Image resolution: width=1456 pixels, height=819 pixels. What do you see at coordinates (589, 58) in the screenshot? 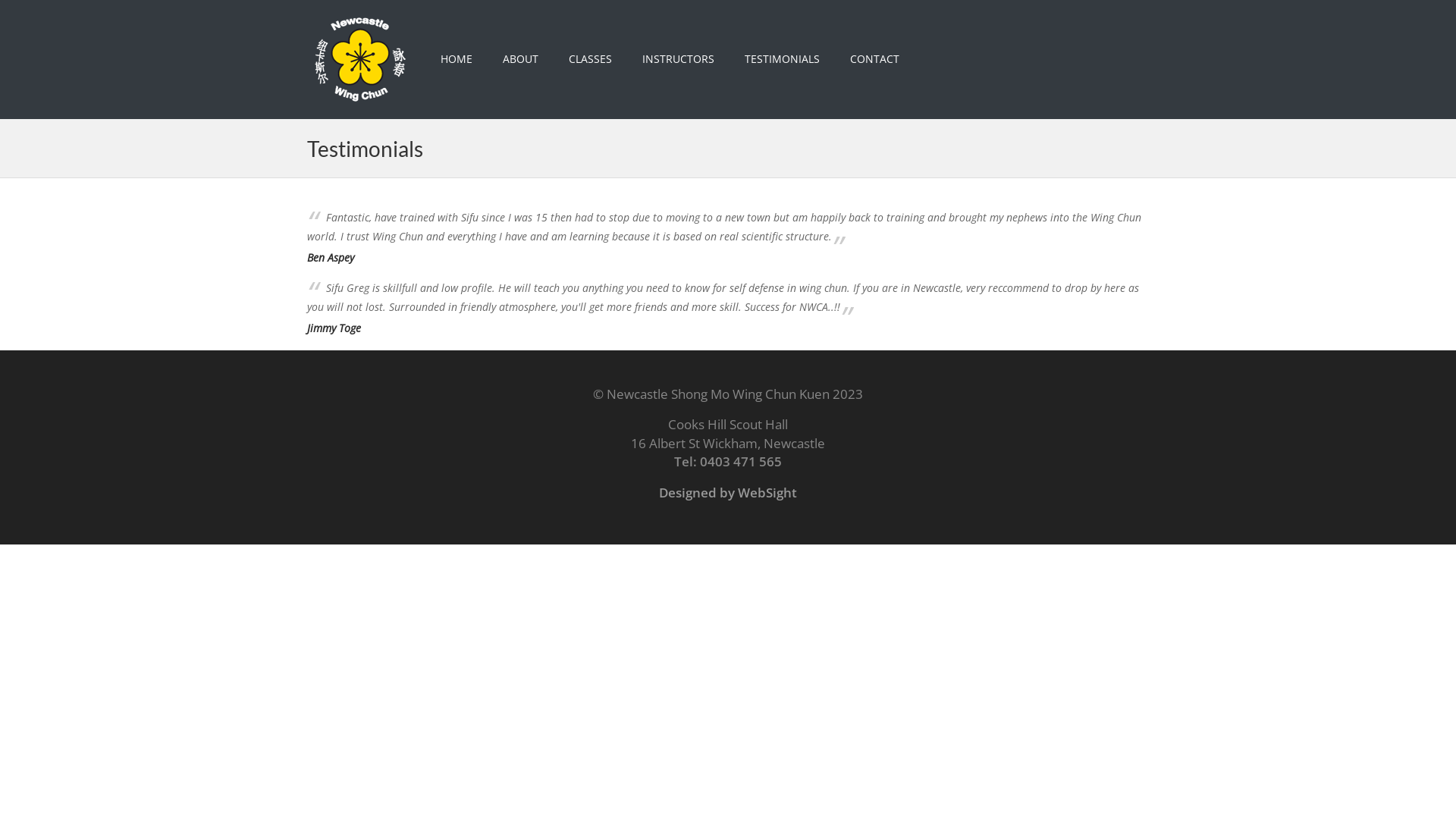
I see `'CLASSES'` at bounding box center [589, 58].